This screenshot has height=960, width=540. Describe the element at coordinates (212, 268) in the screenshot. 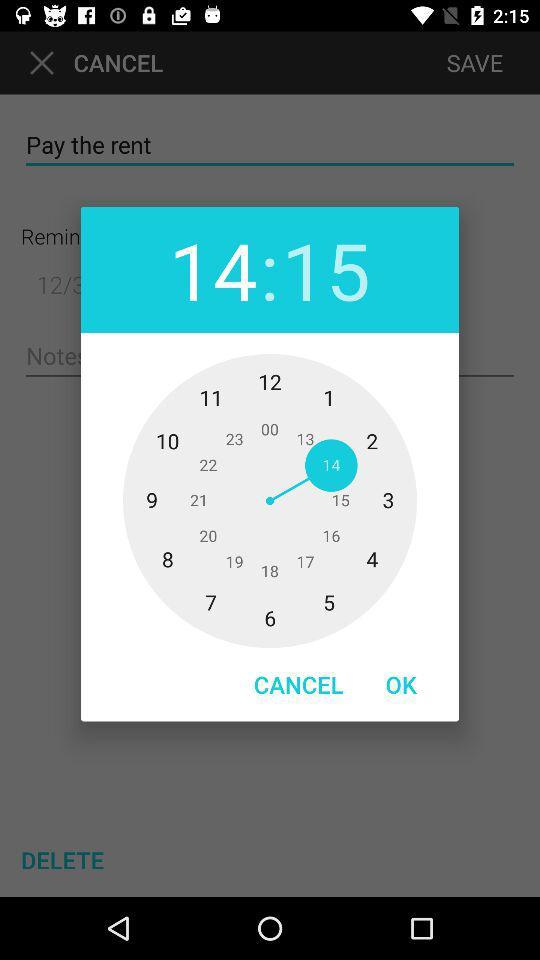

I see `the icon next to : item` at that location.